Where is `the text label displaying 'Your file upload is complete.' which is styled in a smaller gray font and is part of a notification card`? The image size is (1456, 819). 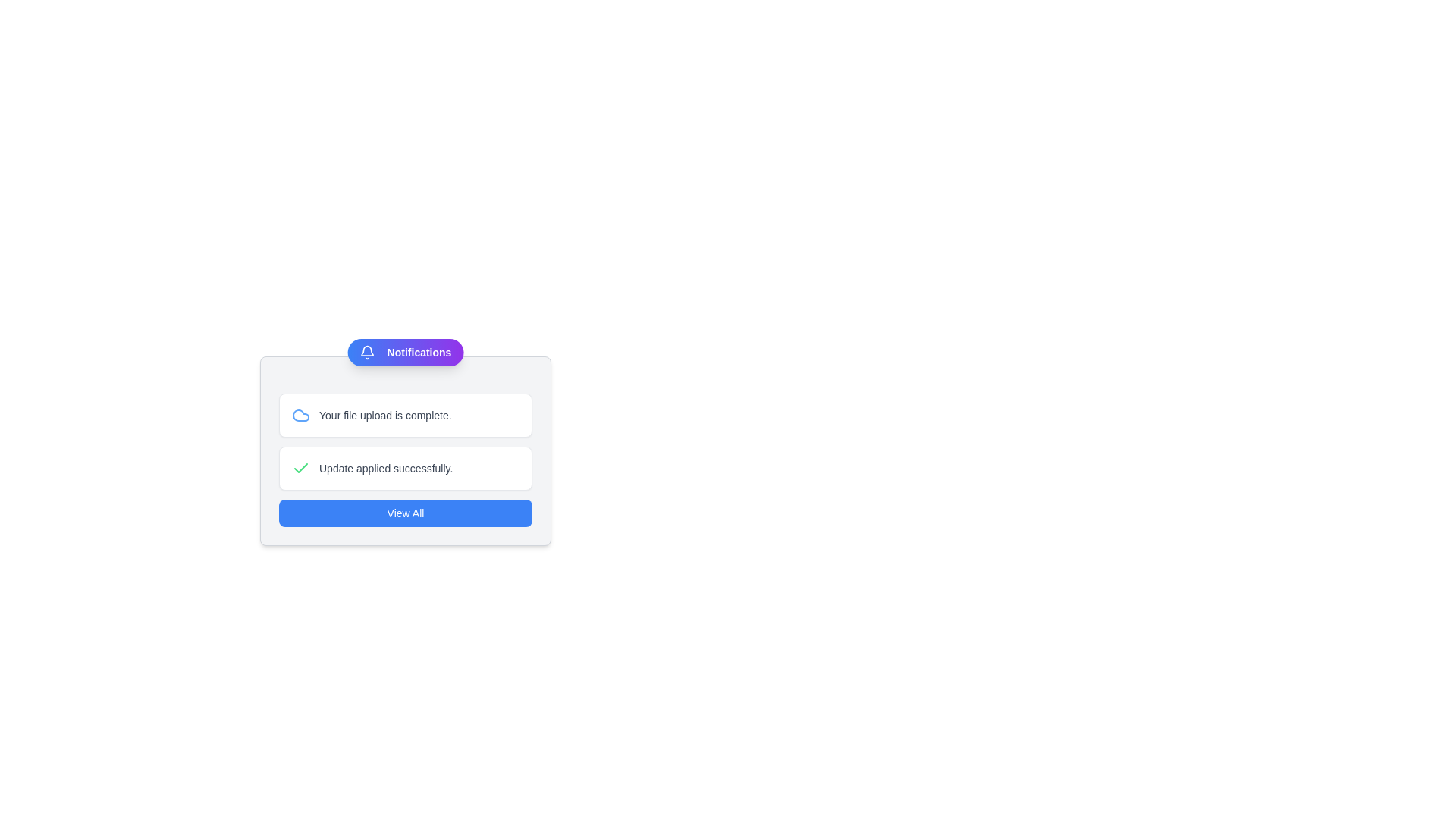
the text label displaying 'Your file upload is complete.' which is styled in a smaller gray font and is part of a notification card is located at coordinates (385, 415).